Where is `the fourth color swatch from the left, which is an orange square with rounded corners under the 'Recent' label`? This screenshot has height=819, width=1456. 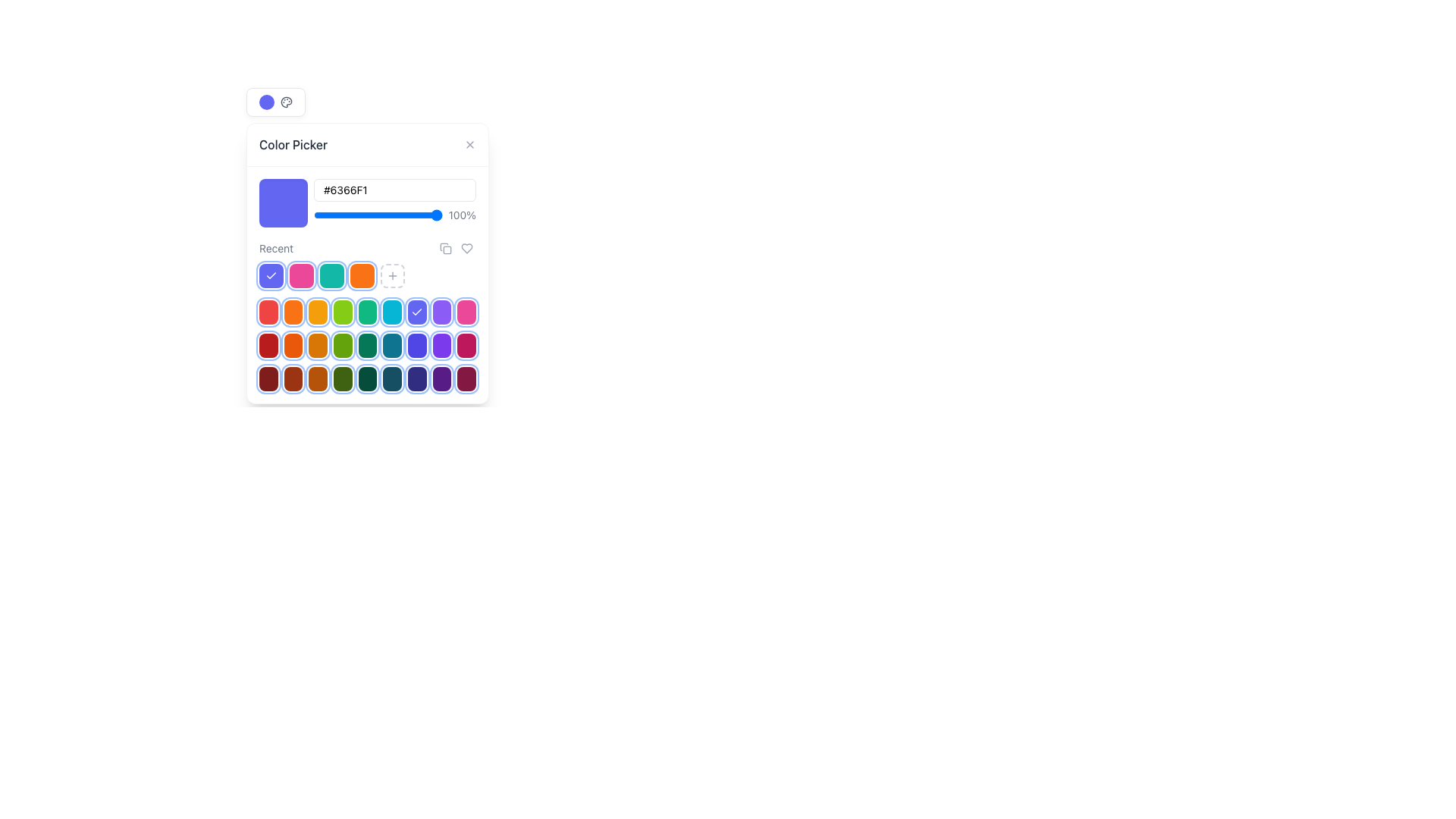 the fourth color swatch from the left, which is an orange square with rounded corners under the 'Recent' label is located at coordinates (367, 262).